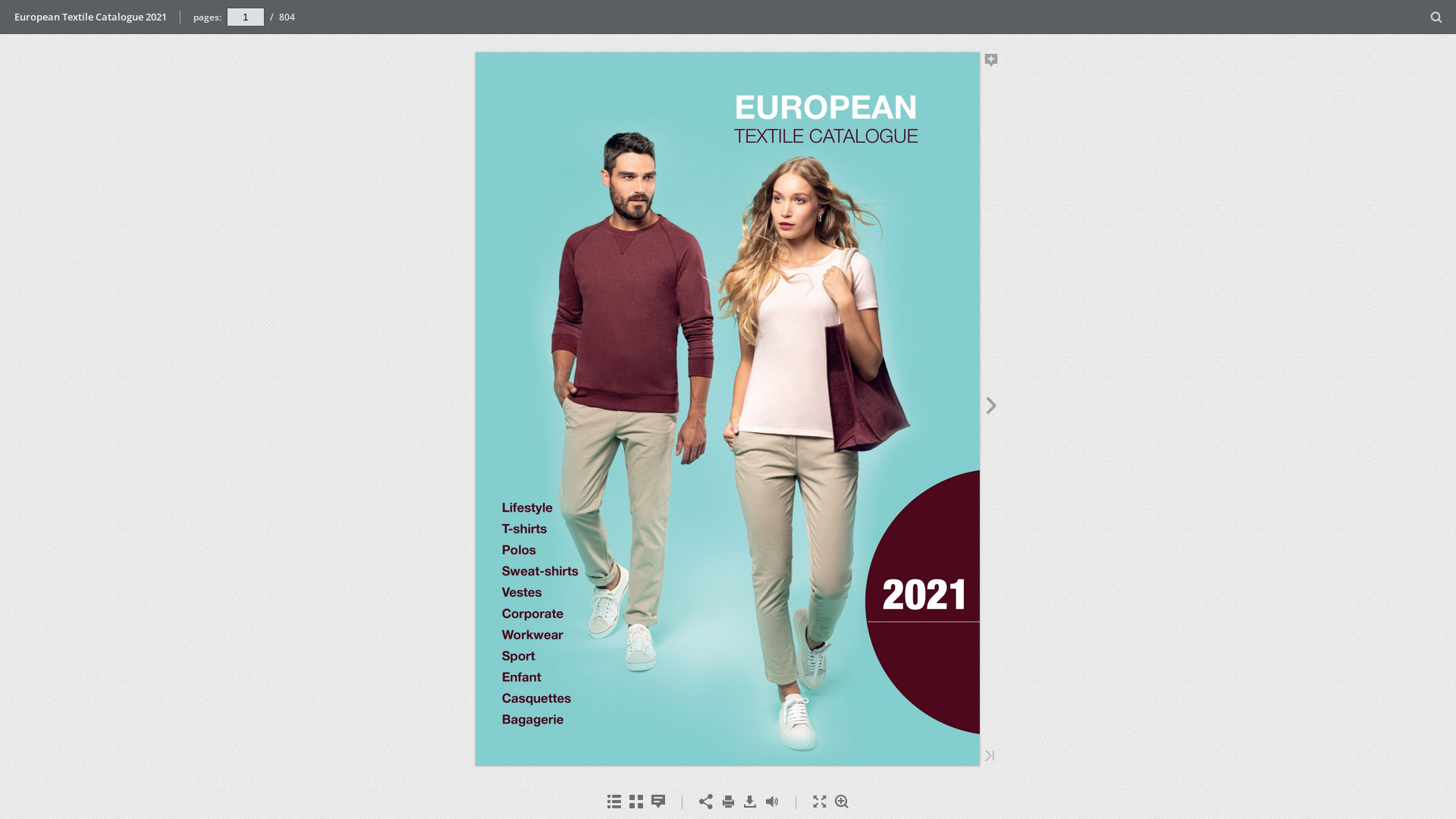  I want to click on 'Share', so click(704, 801).